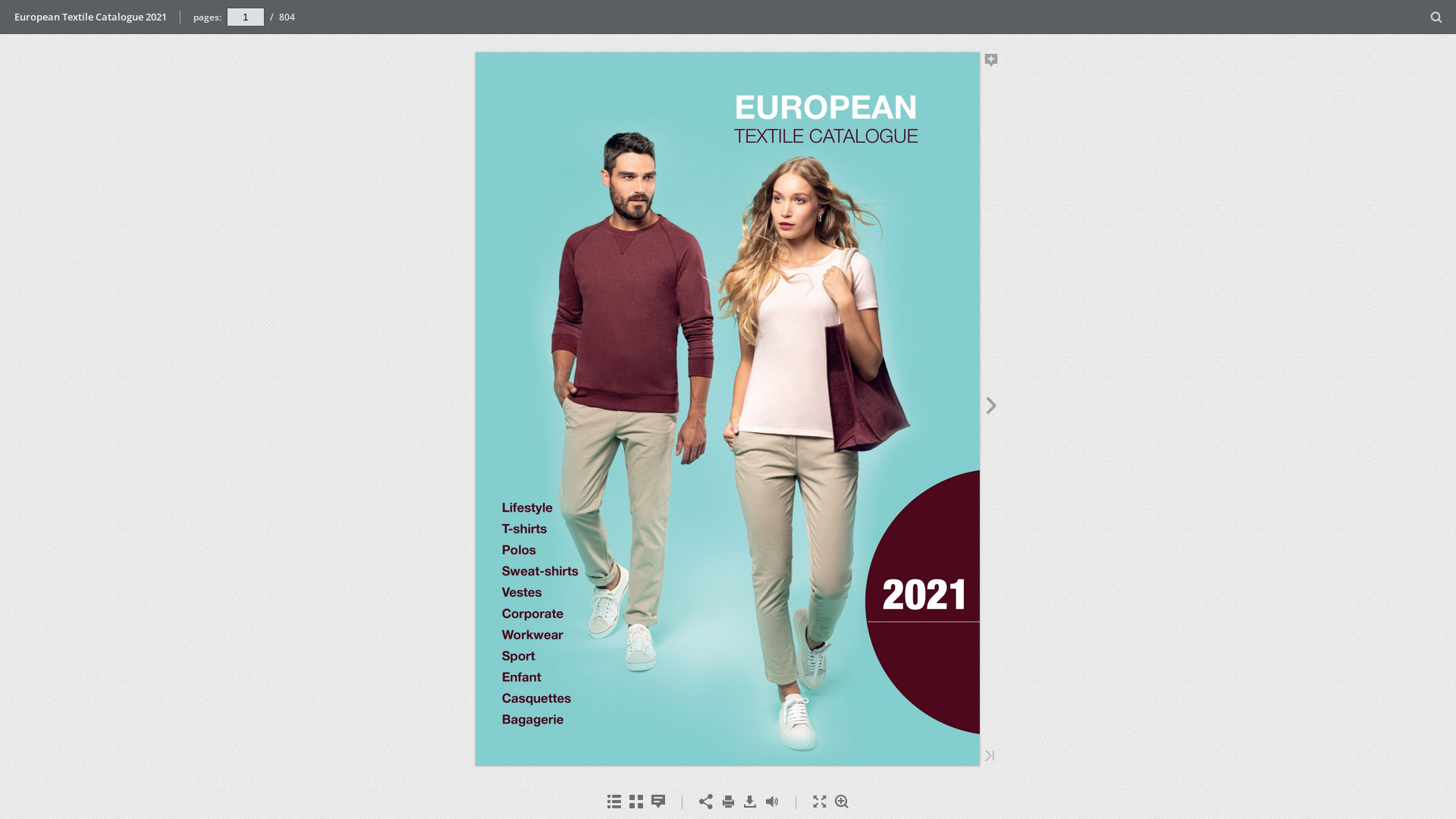  I want to click on 'Share', so click(704, 801).